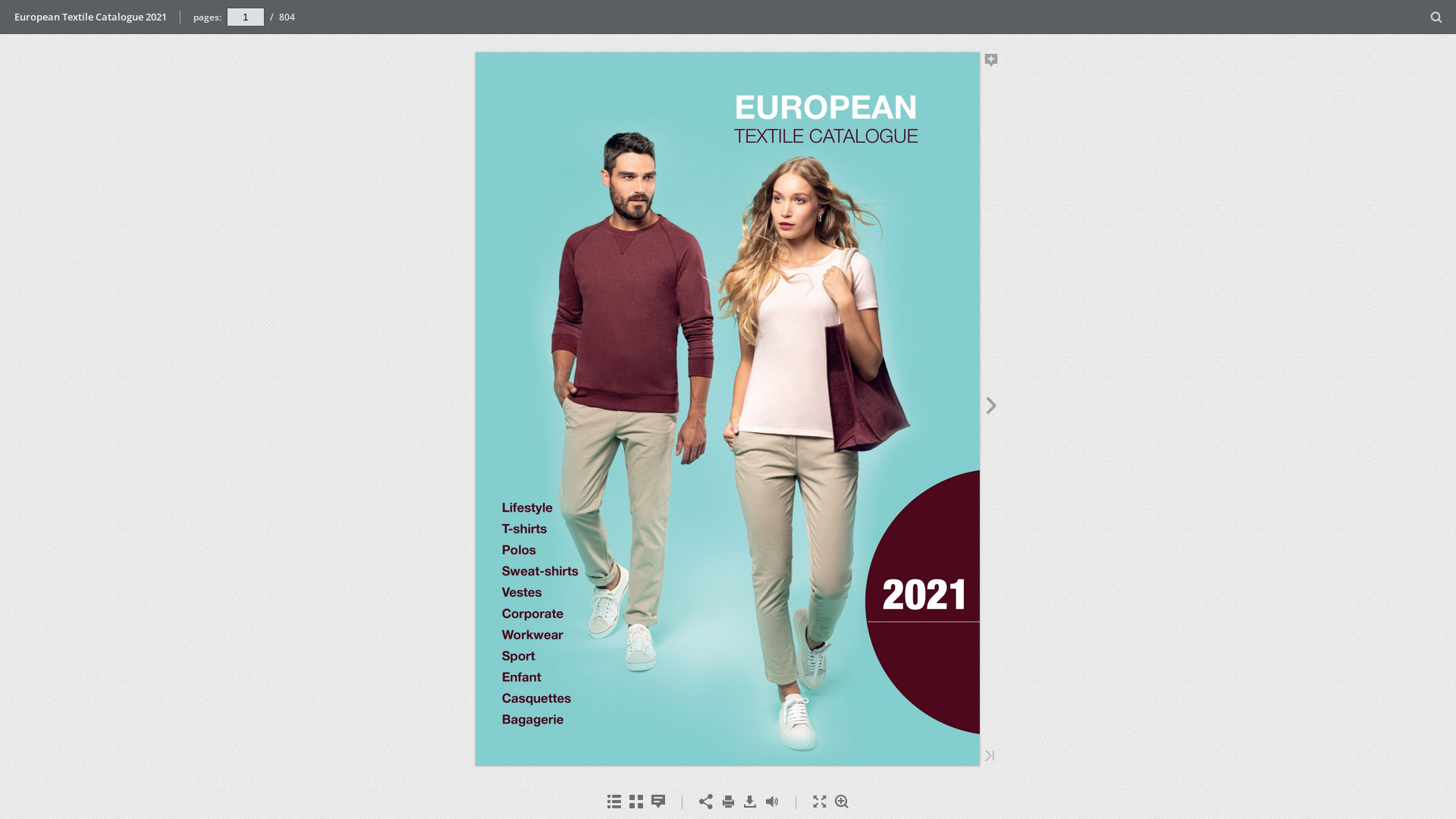  I want to click on 'Share', so click(704, 801).